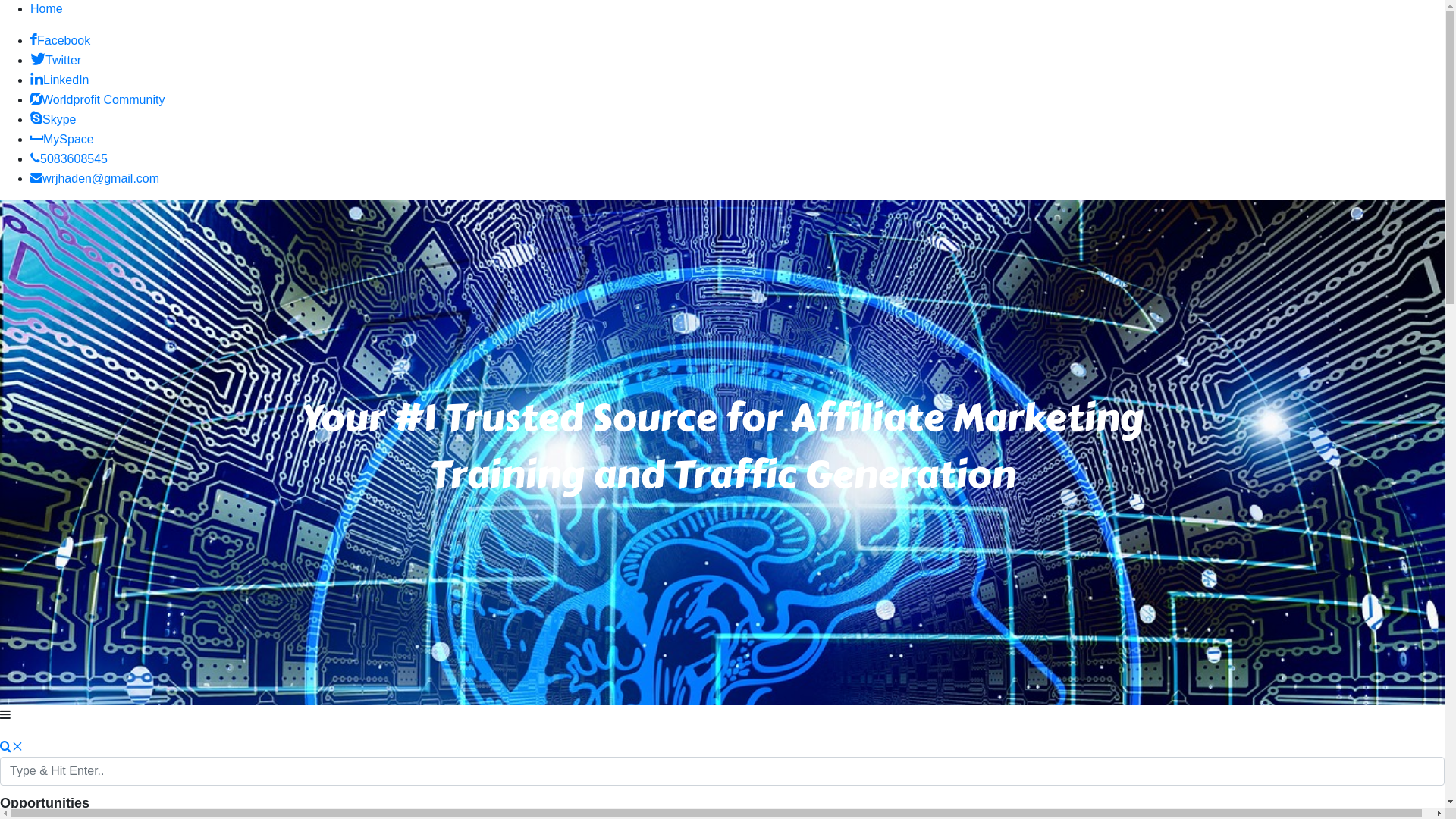  What do you see at coordinates (96, 99) in the screenshot?
I see `'Worldprofit Community'` at bounding box center [96, 99].